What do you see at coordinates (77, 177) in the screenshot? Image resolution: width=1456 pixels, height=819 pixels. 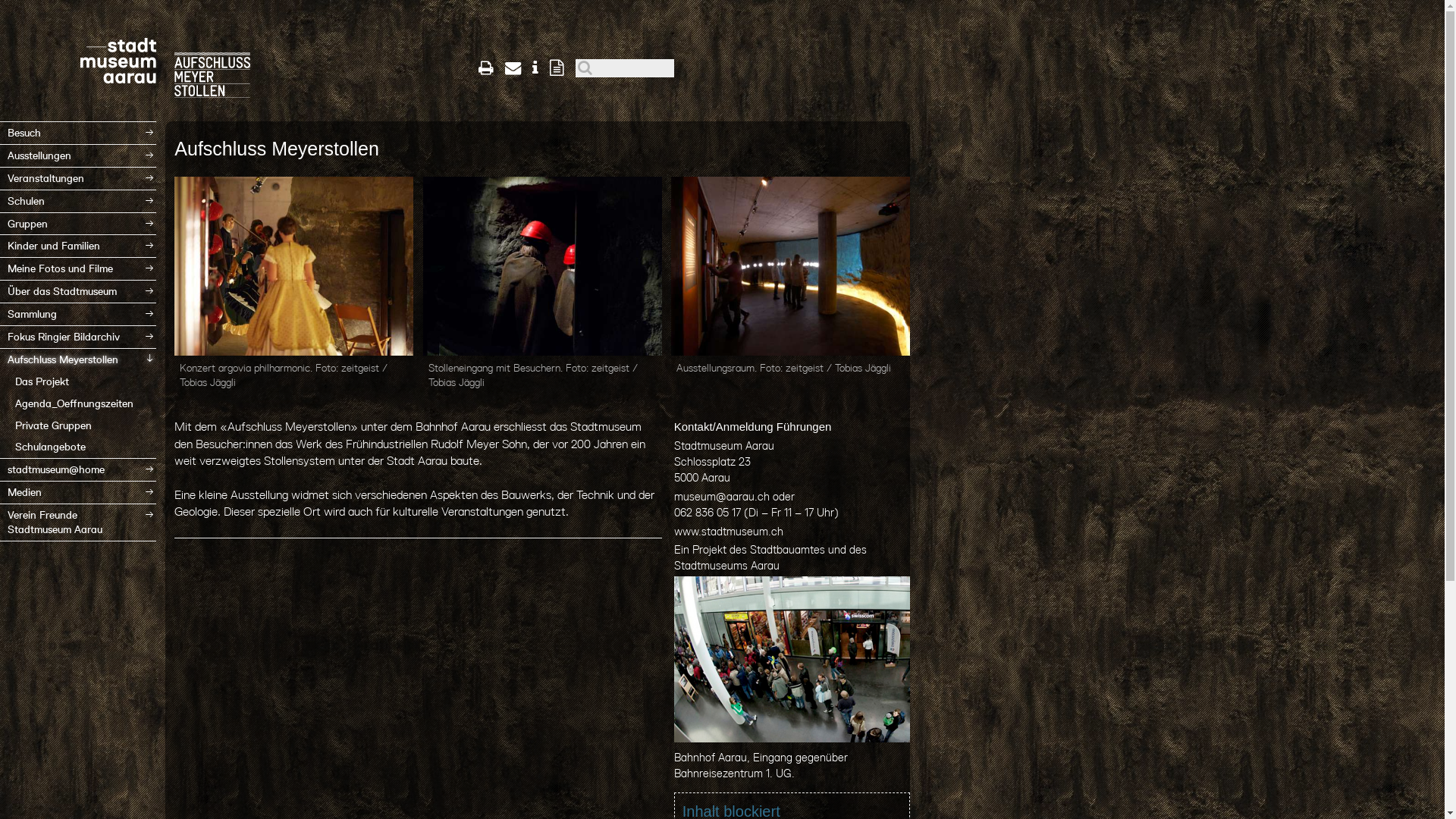 I see `'Veranstaltungen'` at bounding box center [77, 177].